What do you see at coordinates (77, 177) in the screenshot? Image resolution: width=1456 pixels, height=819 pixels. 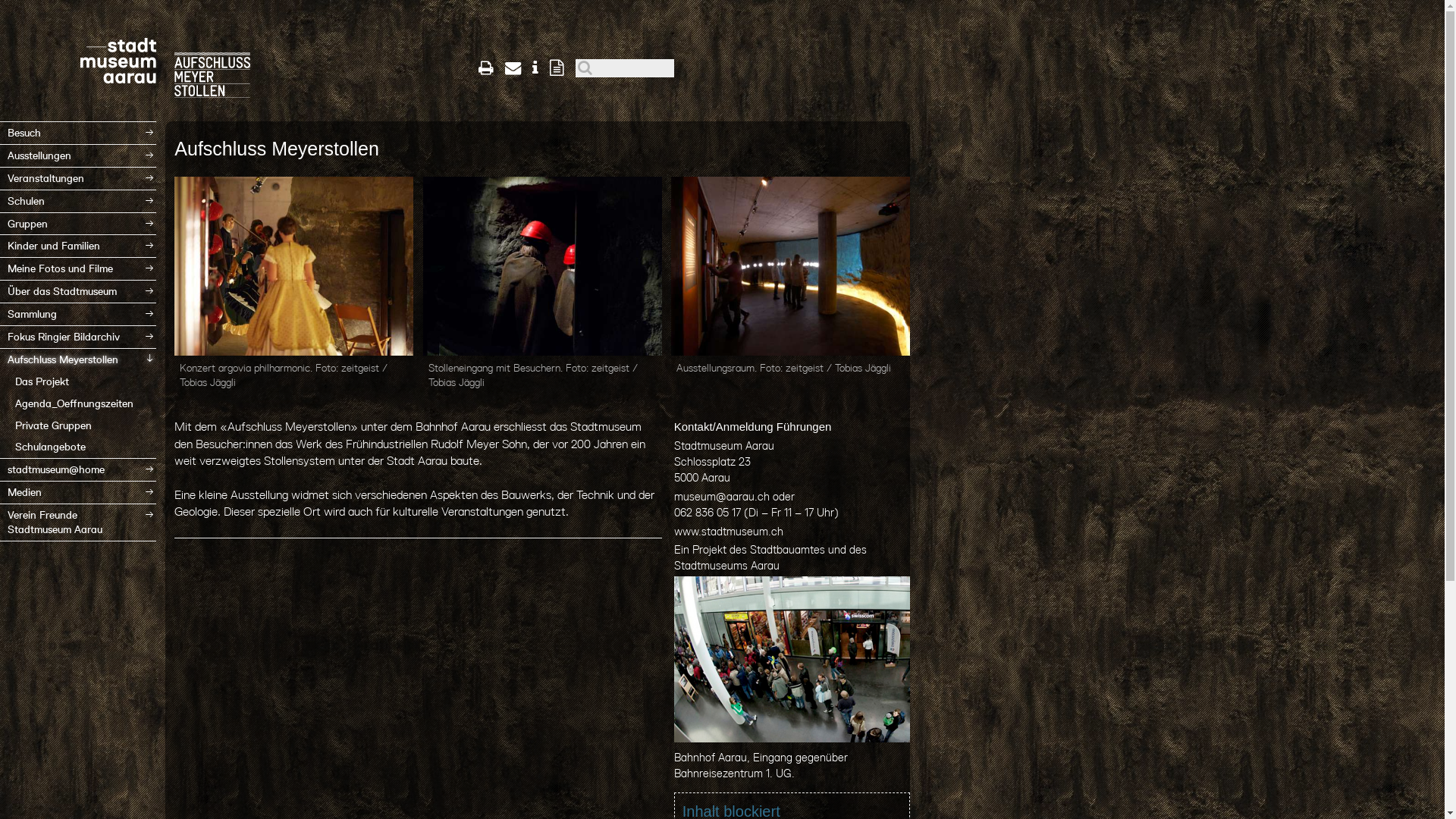 I see `'Veranstaltungen'` at bounding box center [77, 177].